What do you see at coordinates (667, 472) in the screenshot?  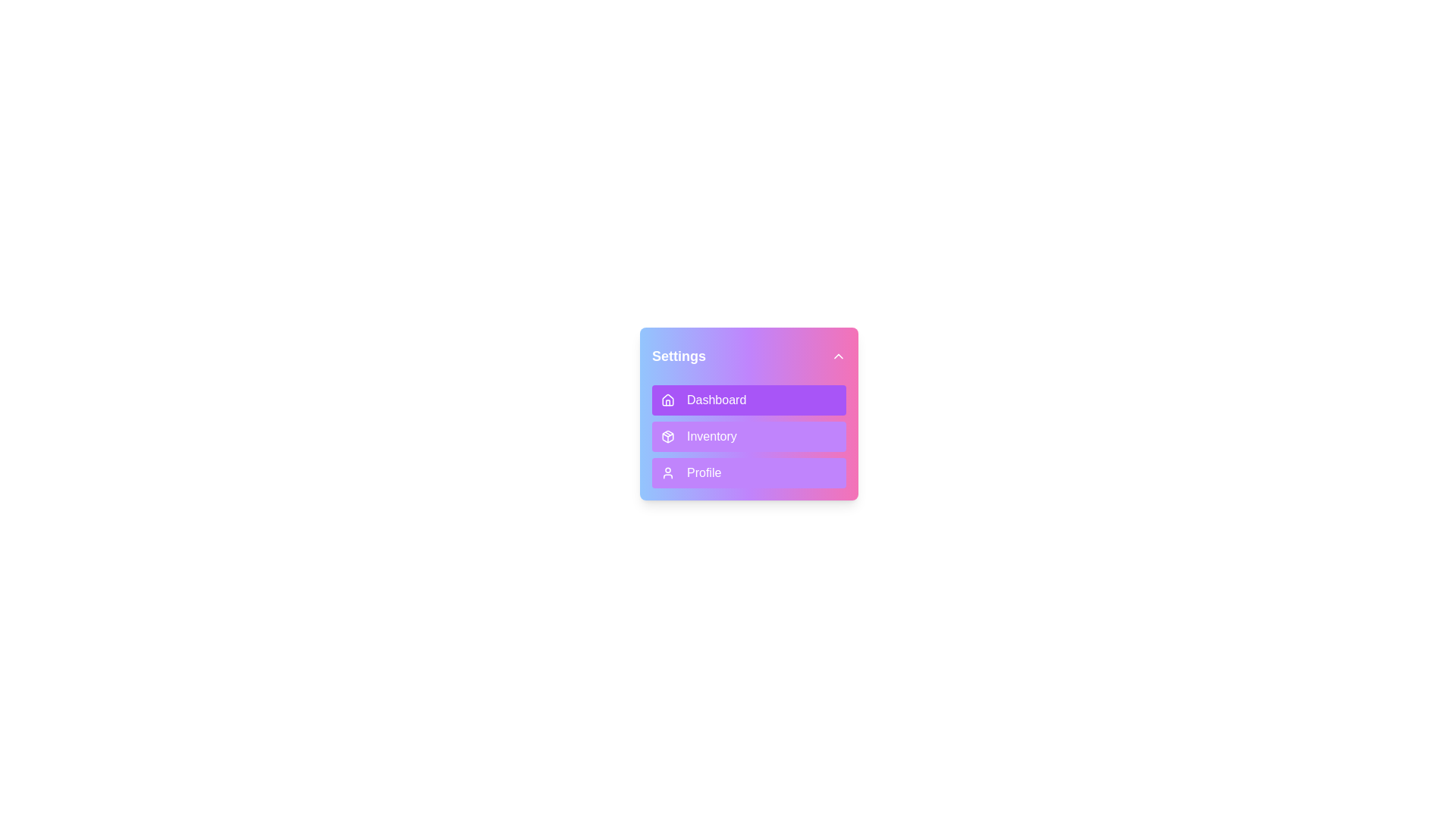 I see `the icon of the menu item Profile` at bounding box center [667, 472].